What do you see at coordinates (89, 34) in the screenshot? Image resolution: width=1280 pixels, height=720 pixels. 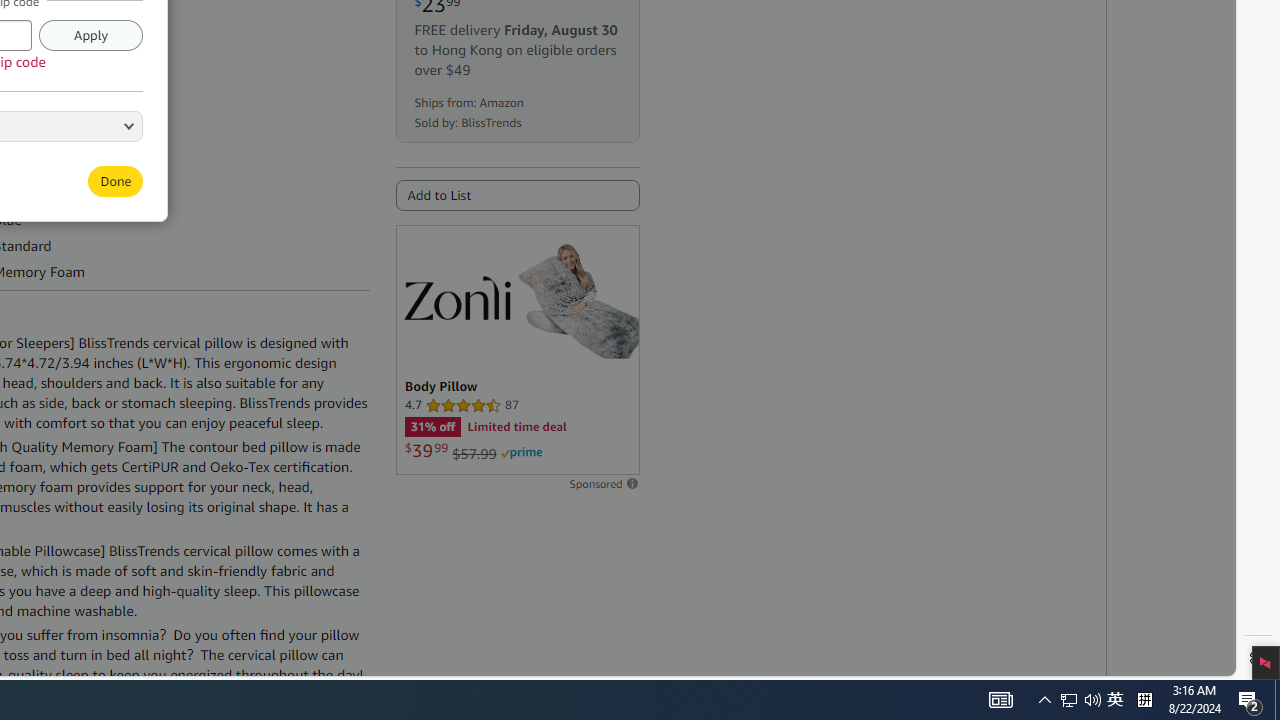 I see `'Apply'` at bounding box center [89, 34].